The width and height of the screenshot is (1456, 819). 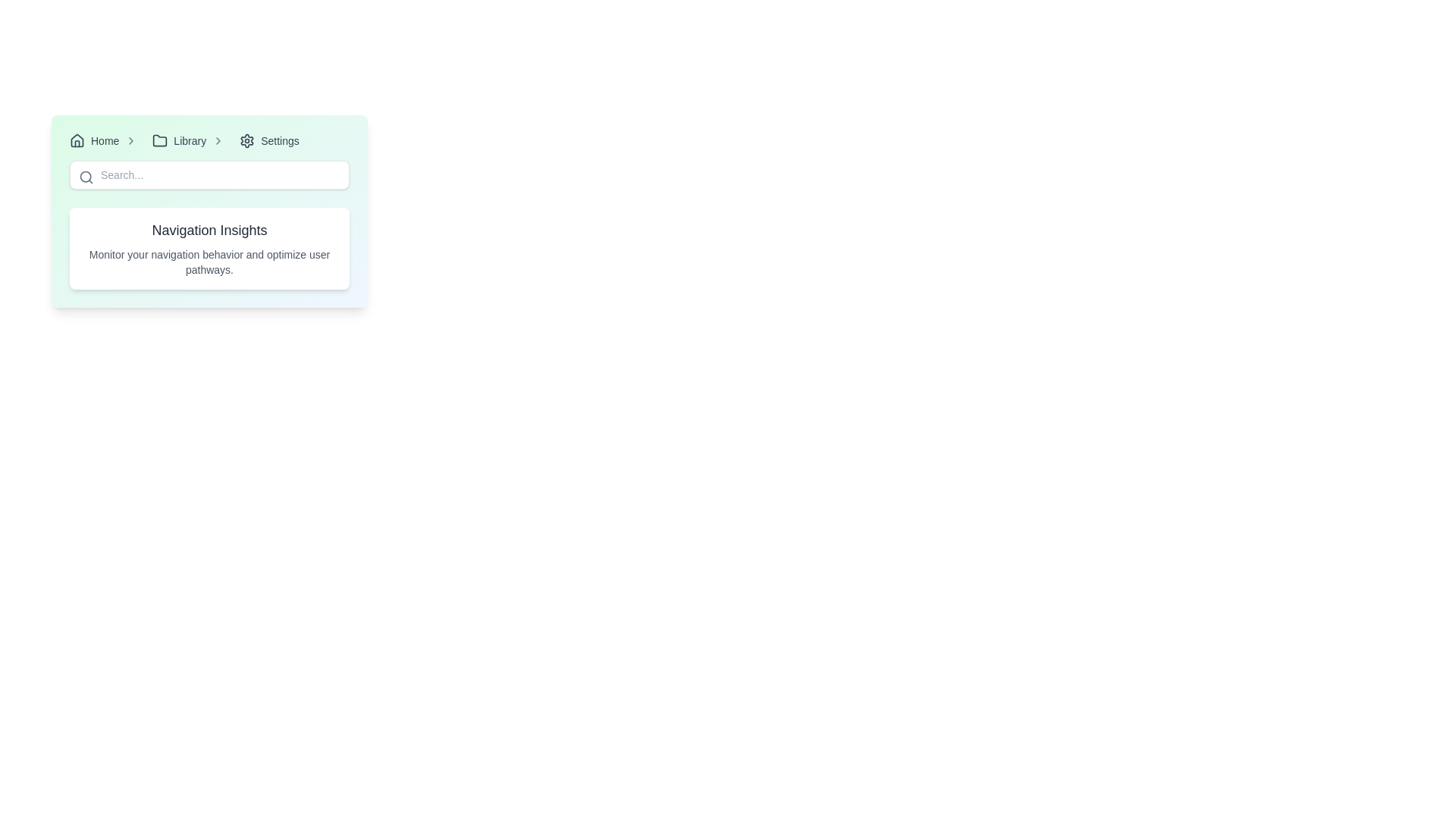 What do you see at coordinates (104, 140) in the screenshot?
I see `the 'Home' text label in the navigation bar` at bounding box center [104, 140].